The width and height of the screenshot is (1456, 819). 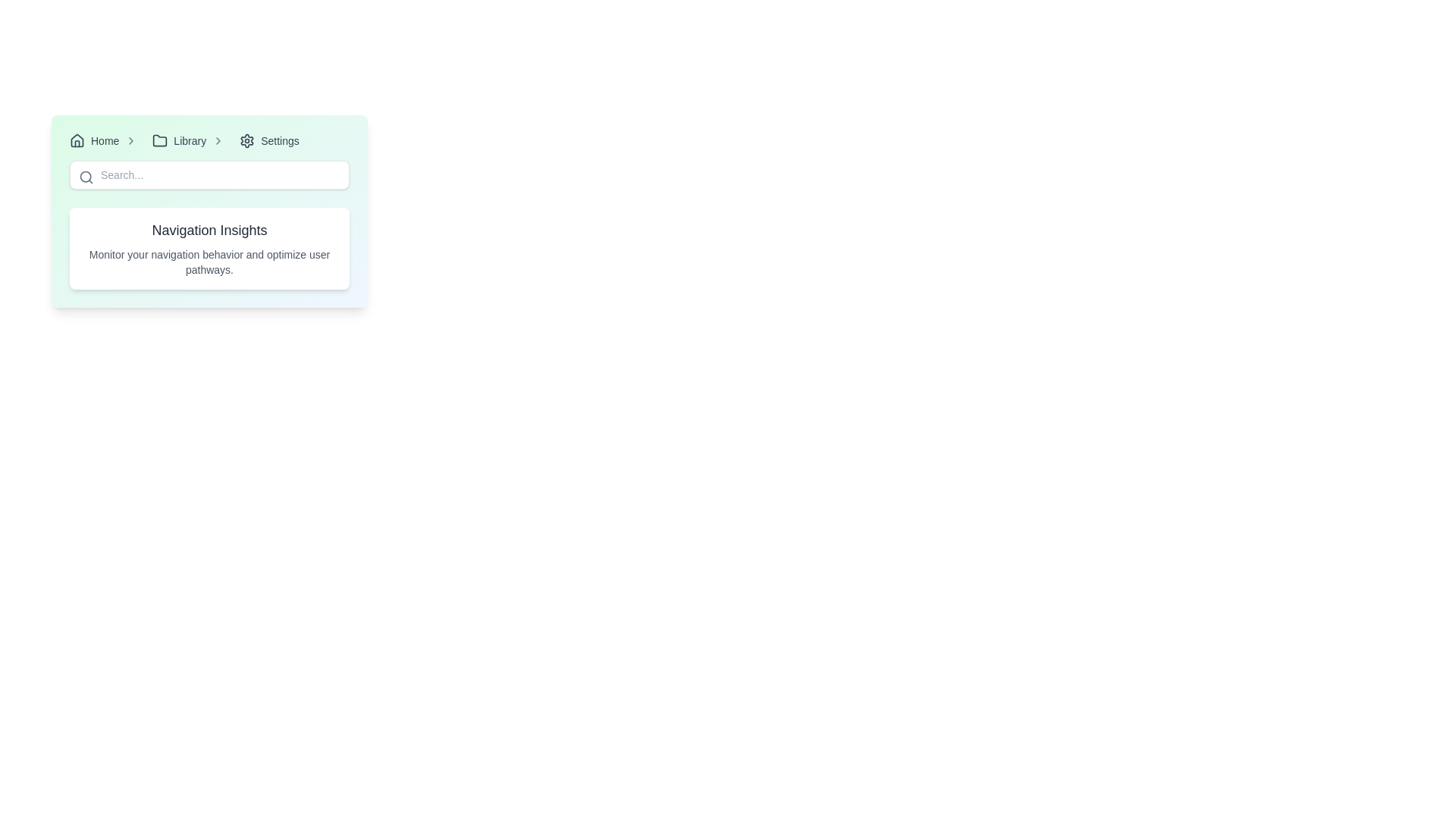 What do you see at coordinates (104, 140) in the screenshot?
I see `the 'Home' text label in the navigation bar` at bounding box center [104, 140].